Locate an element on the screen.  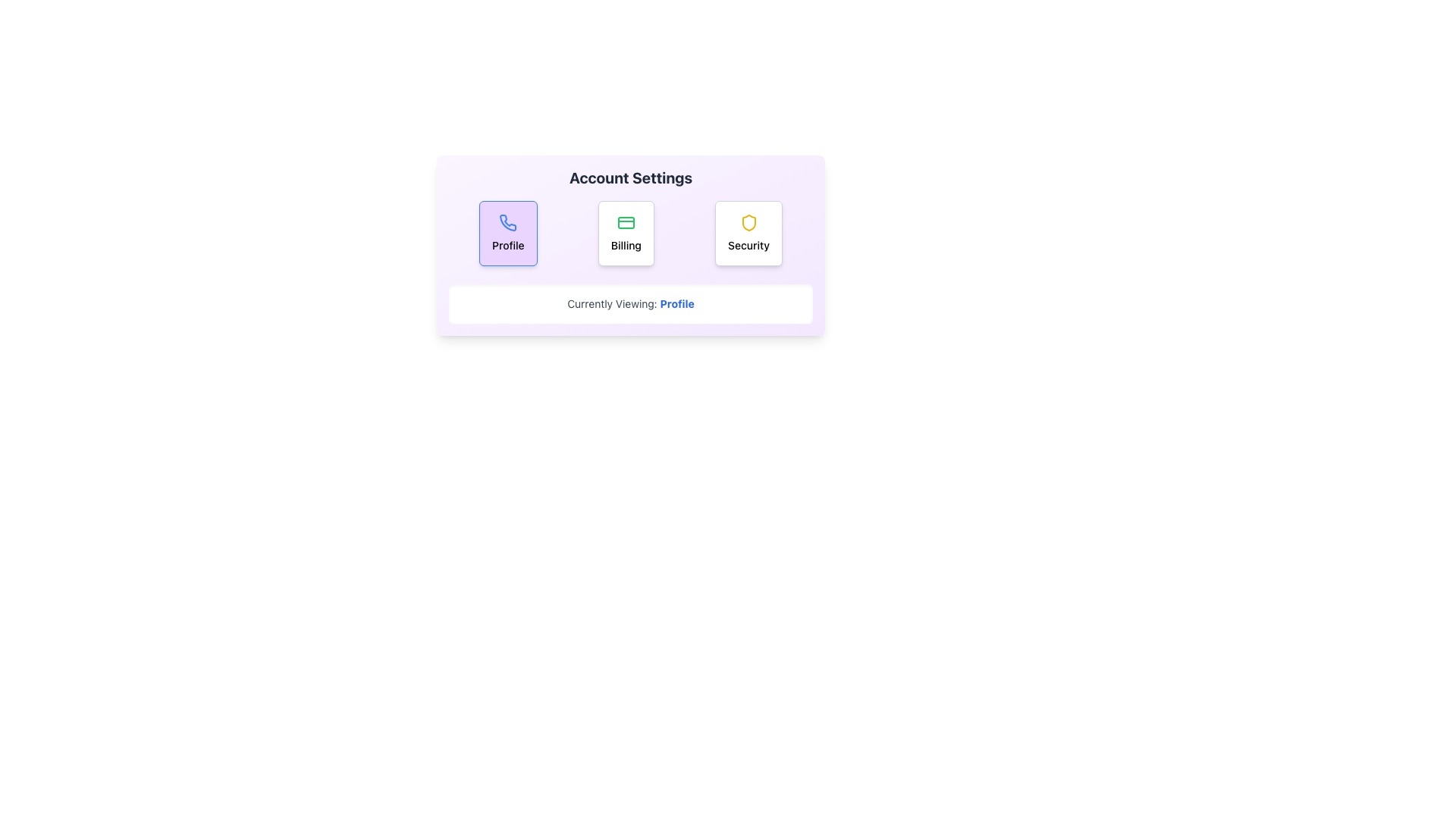
the 'Profile' button, which is the leftmost option among three labeled buttons is located at coordinates (508, 234).